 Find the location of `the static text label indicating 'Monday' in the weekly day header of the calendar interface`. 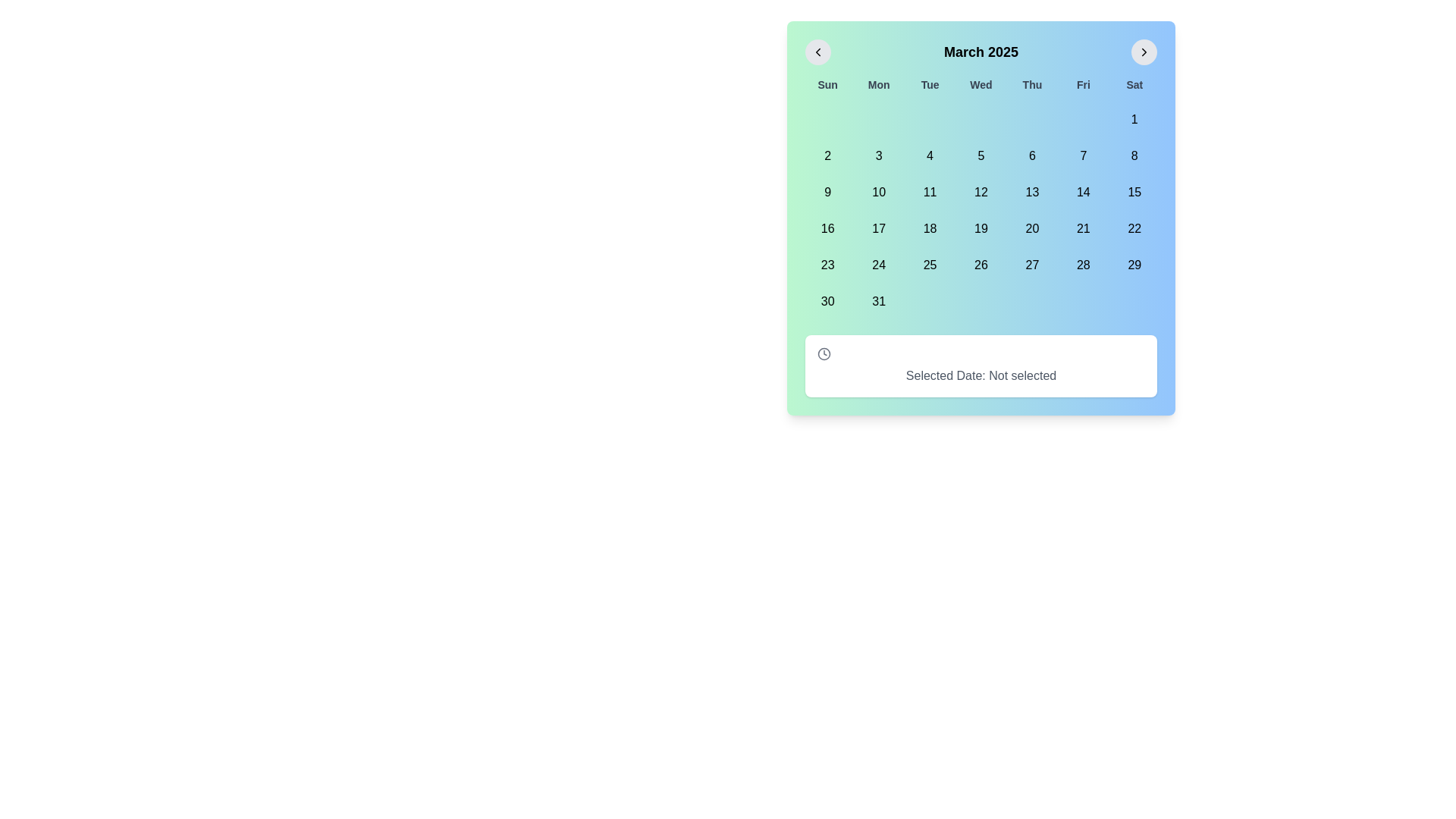

the static text label indicating 'Monday' in the weekly day header of the calendar interface is located at coordinates (879, 84).